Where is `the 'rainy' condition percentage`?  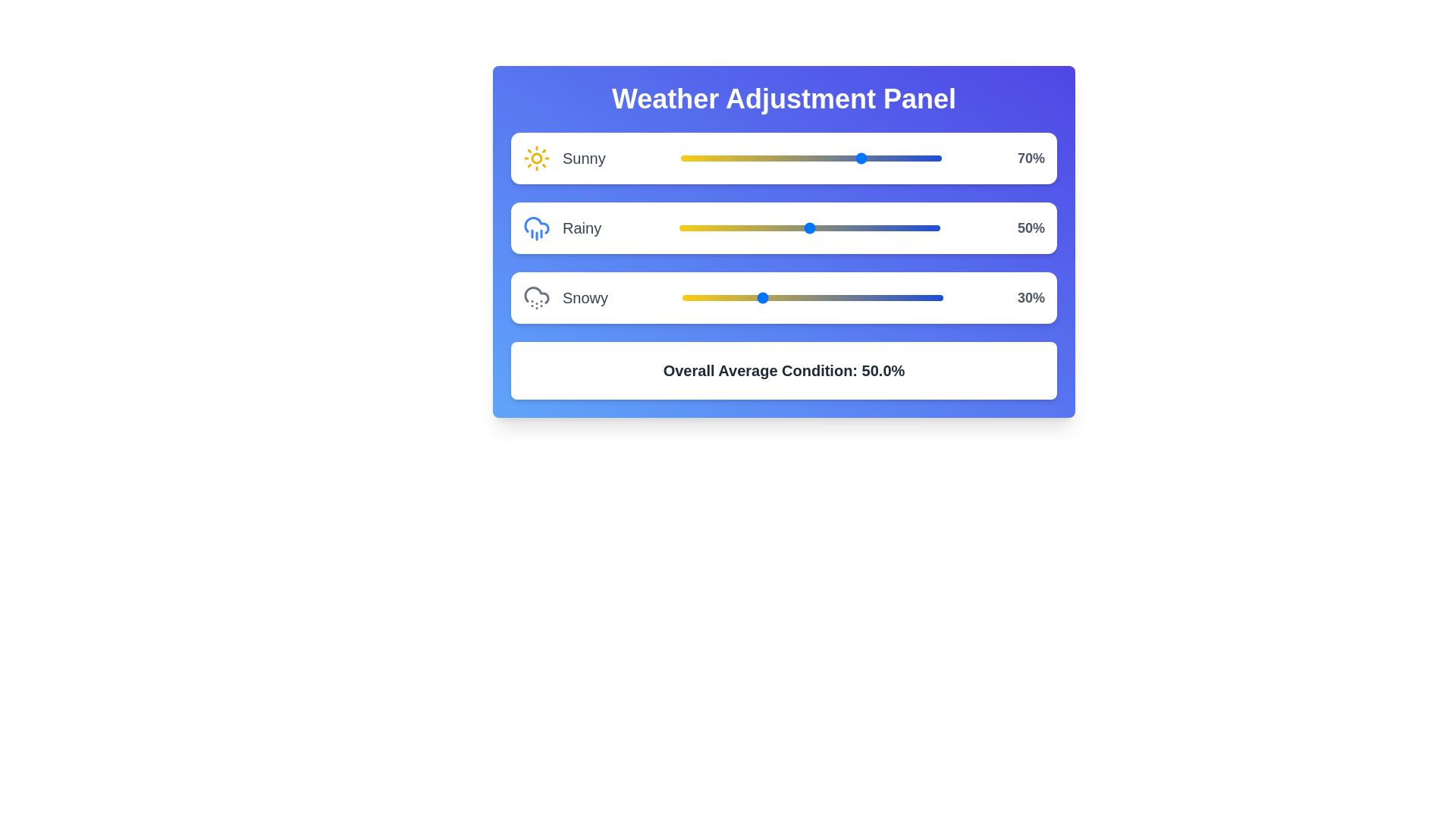
the 'rainy' condition percentage is located at coordinates (783, 227).